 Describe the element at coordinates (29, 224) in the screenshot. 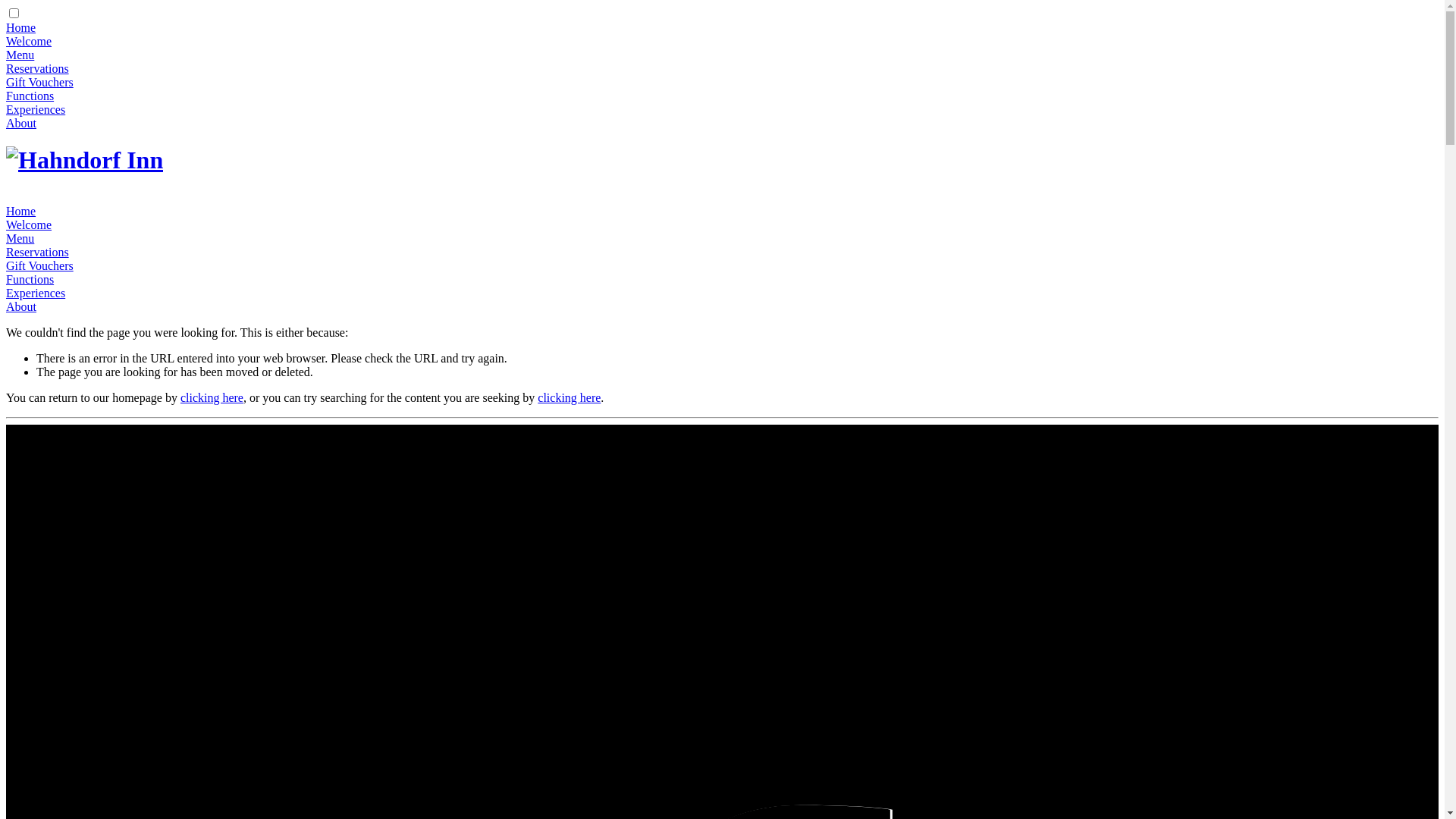

I see `'Welcome'` at that location.